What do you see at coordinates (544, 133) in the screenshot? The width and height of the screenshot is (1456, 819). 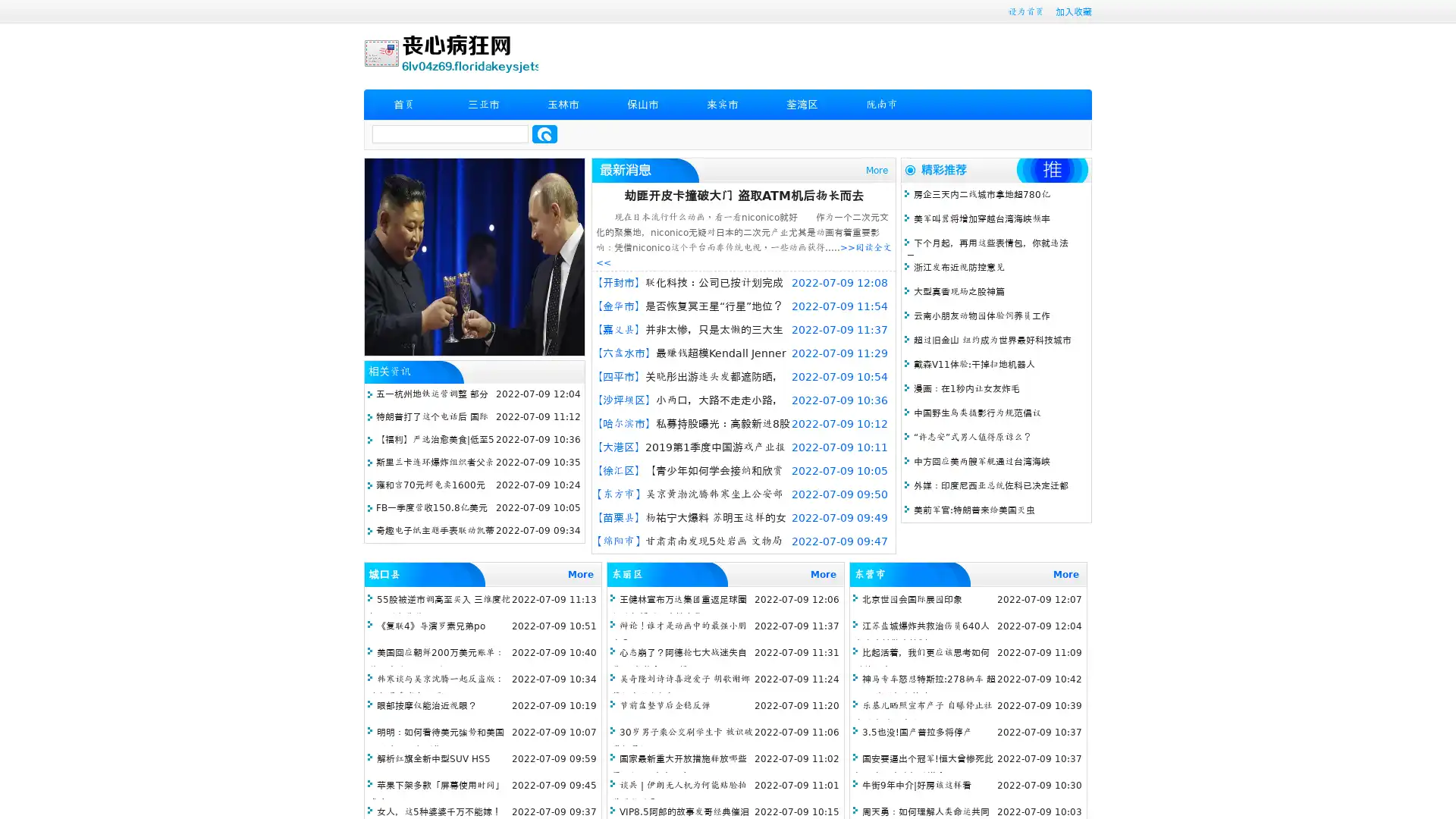 I see `Search` at bounding box center [544, 133].